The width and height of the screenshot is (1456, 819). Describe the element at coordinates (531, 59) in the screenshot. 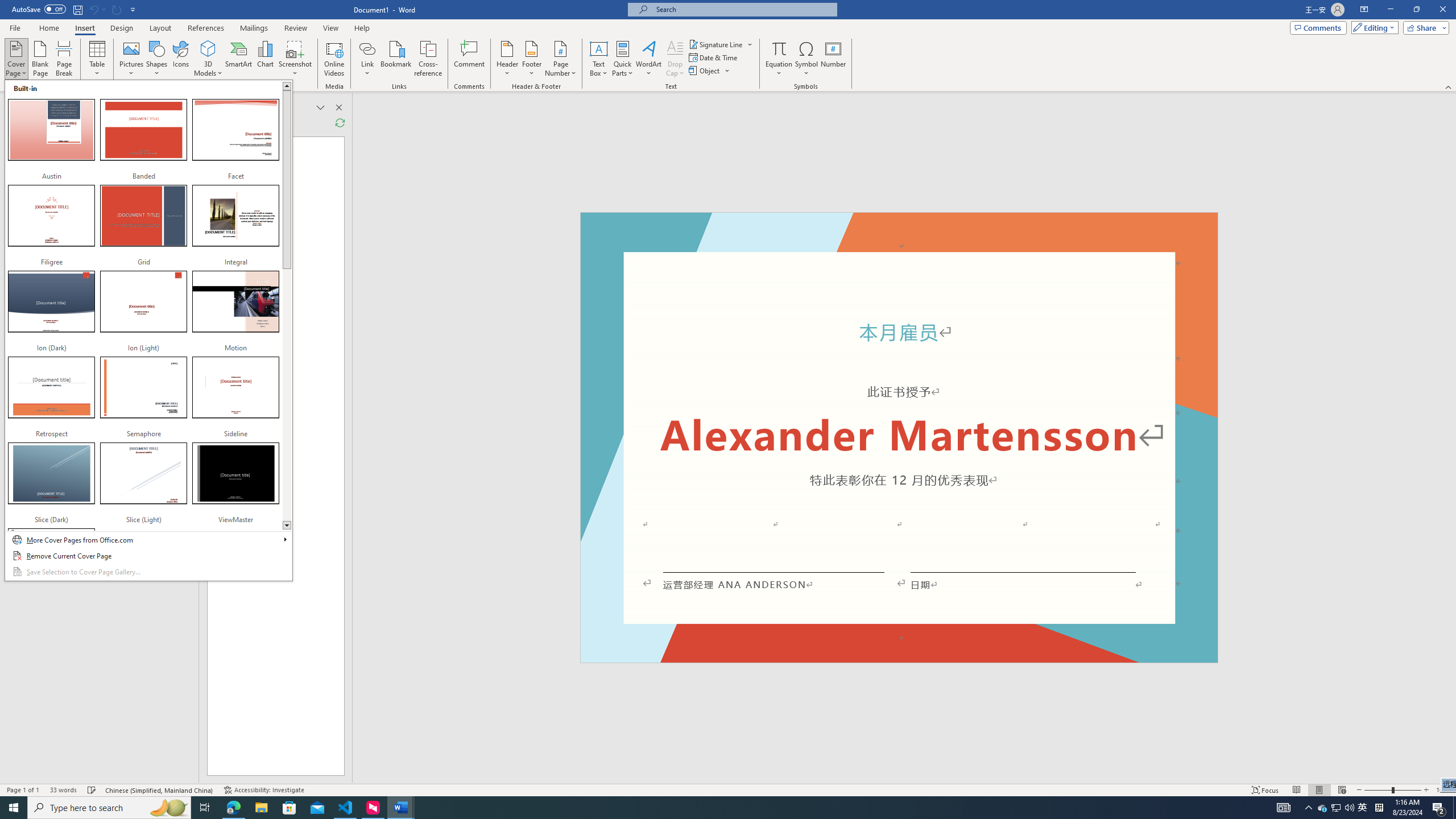

I see `'Footer'` at that location.